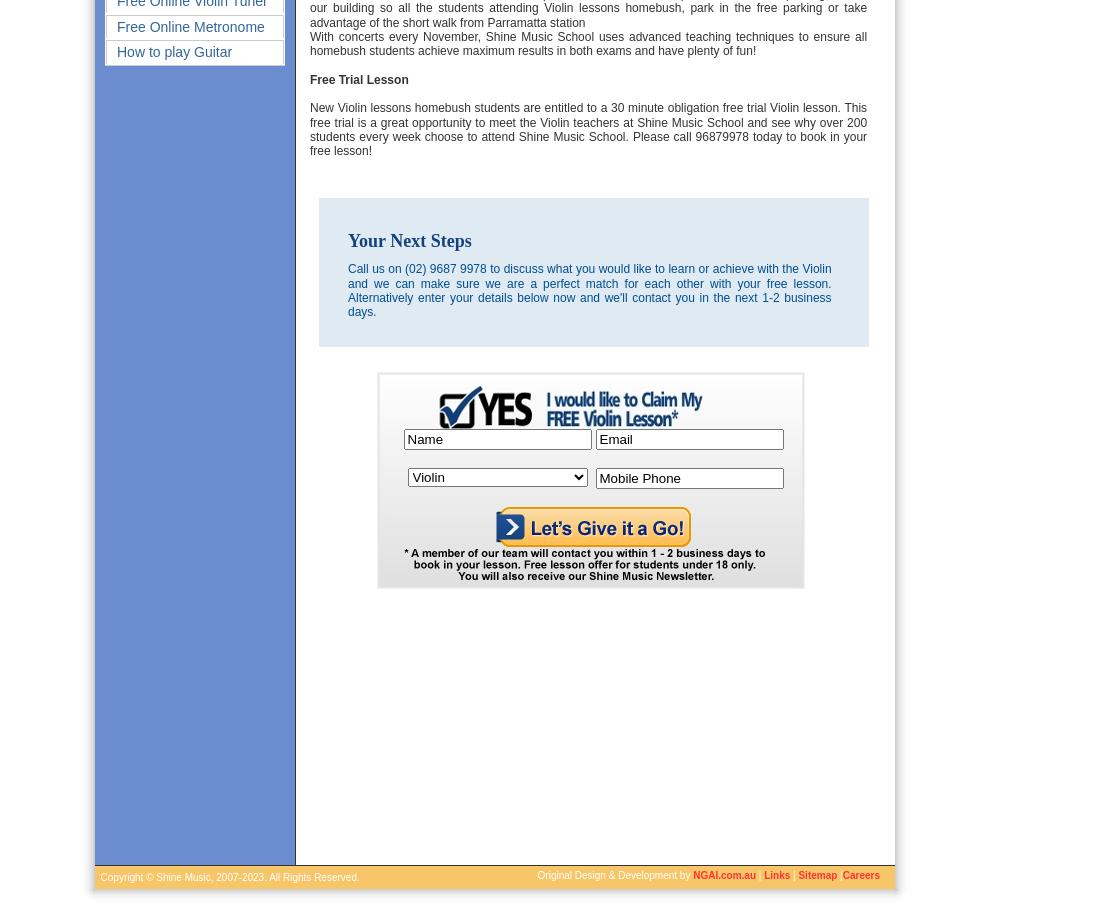 Image resolution: width=1100 pixels, height=908 pixels. Describe the element at coordinates (537, 875) in the screenshot. I see `'Original Design & Development by'` at that location.